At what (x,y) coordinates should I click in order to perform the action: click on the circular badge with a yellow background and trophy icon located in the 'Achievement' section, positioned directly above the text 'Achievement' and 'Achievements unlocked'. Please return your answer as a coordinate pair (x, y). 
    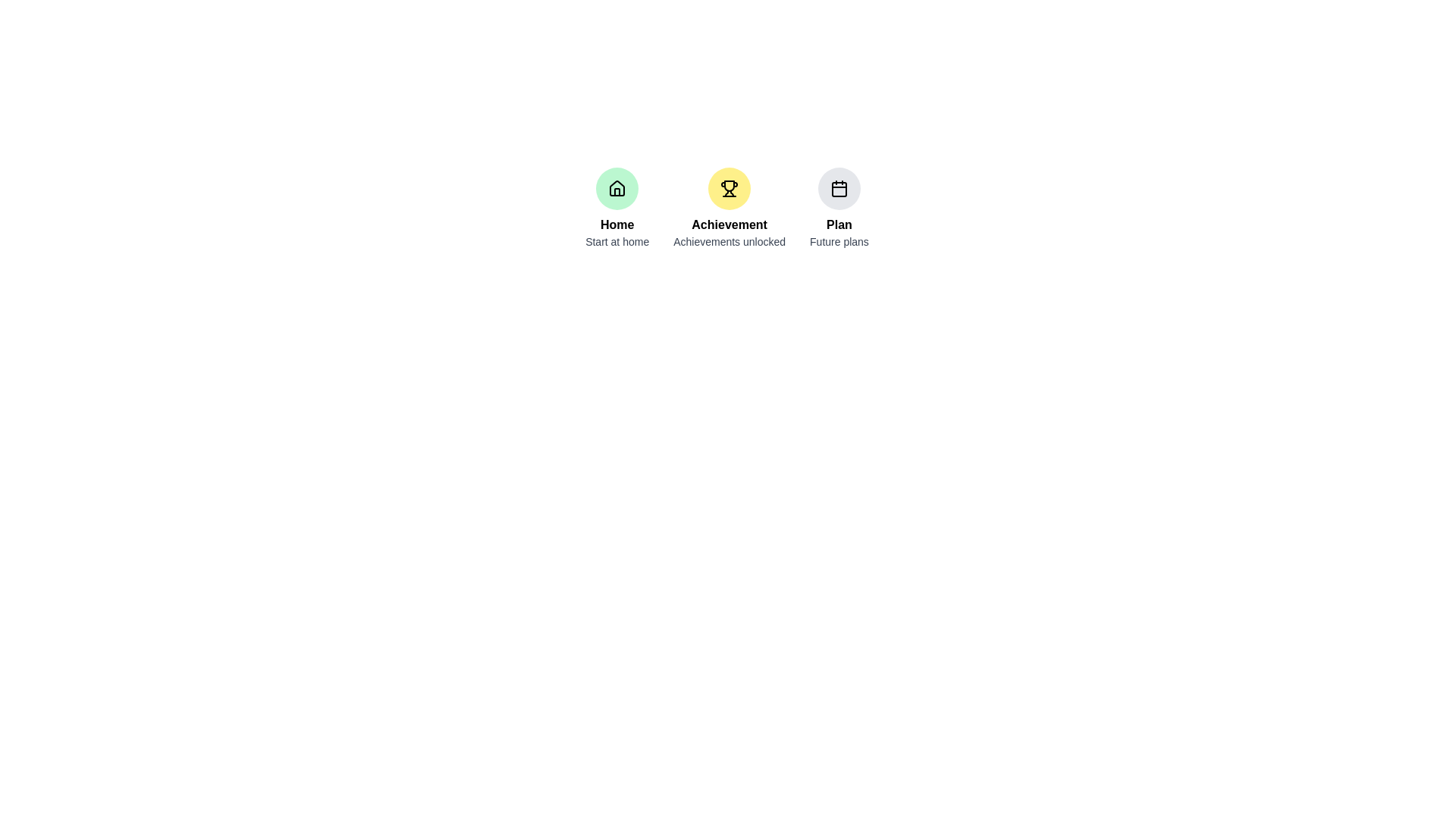
    Looking at the image, I should click on (730, 188).